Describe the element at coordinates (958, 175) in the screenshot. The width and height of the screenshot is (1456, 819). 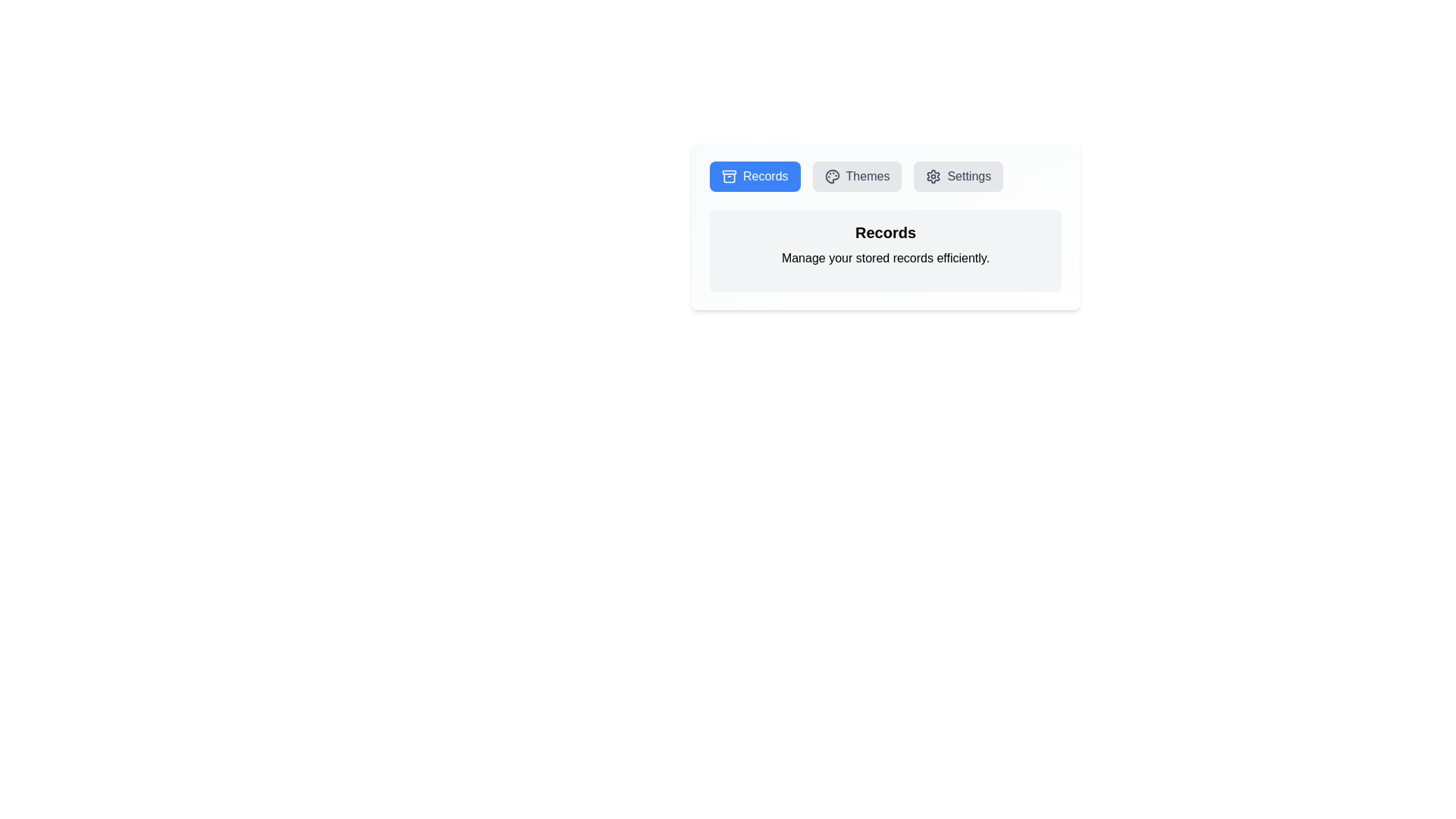
I see `the button labeled 'Settings' to see its hover effect` at that location.